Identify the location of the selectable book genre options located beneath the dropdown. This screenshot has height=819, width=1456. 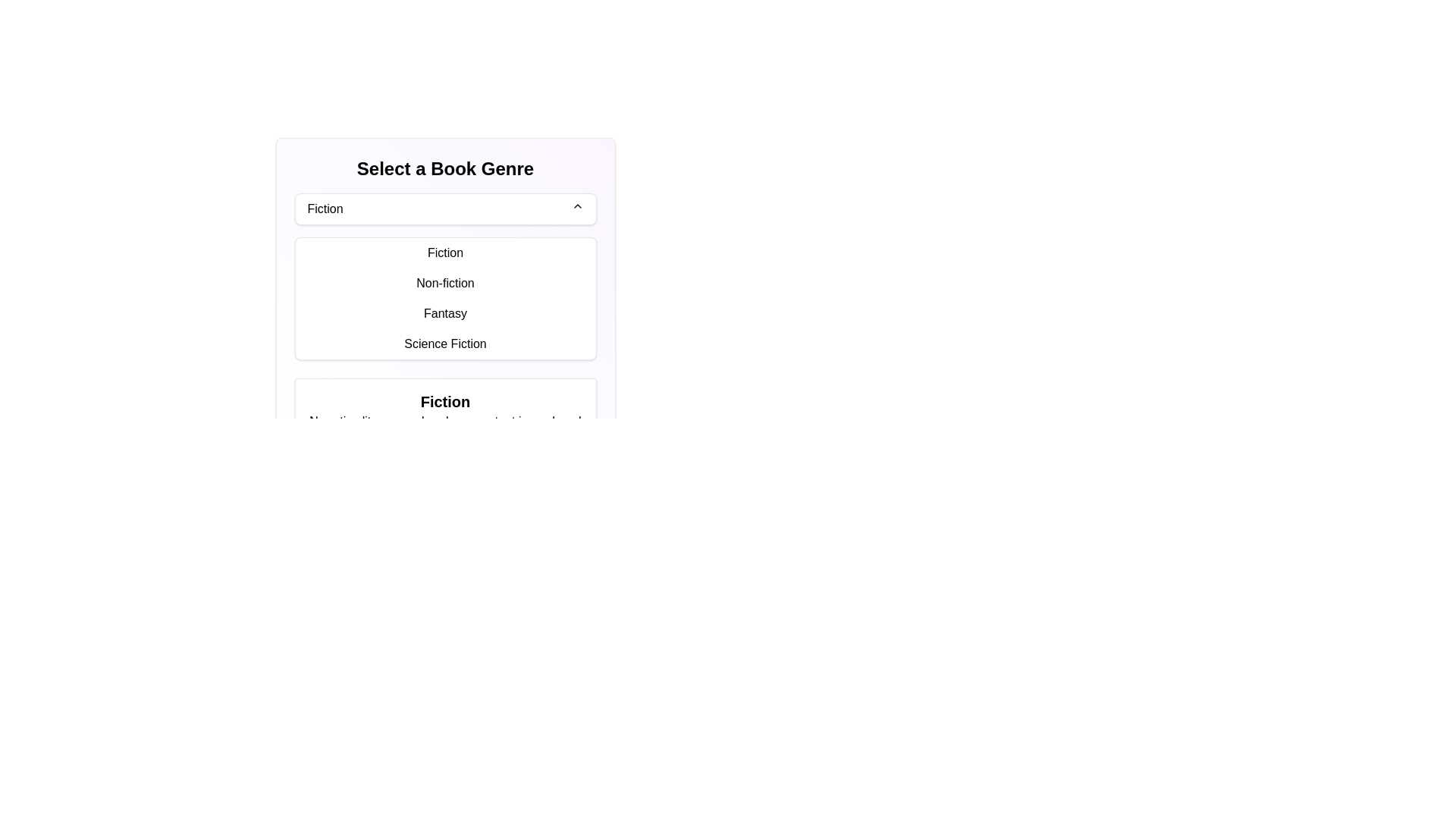
(444, 298).